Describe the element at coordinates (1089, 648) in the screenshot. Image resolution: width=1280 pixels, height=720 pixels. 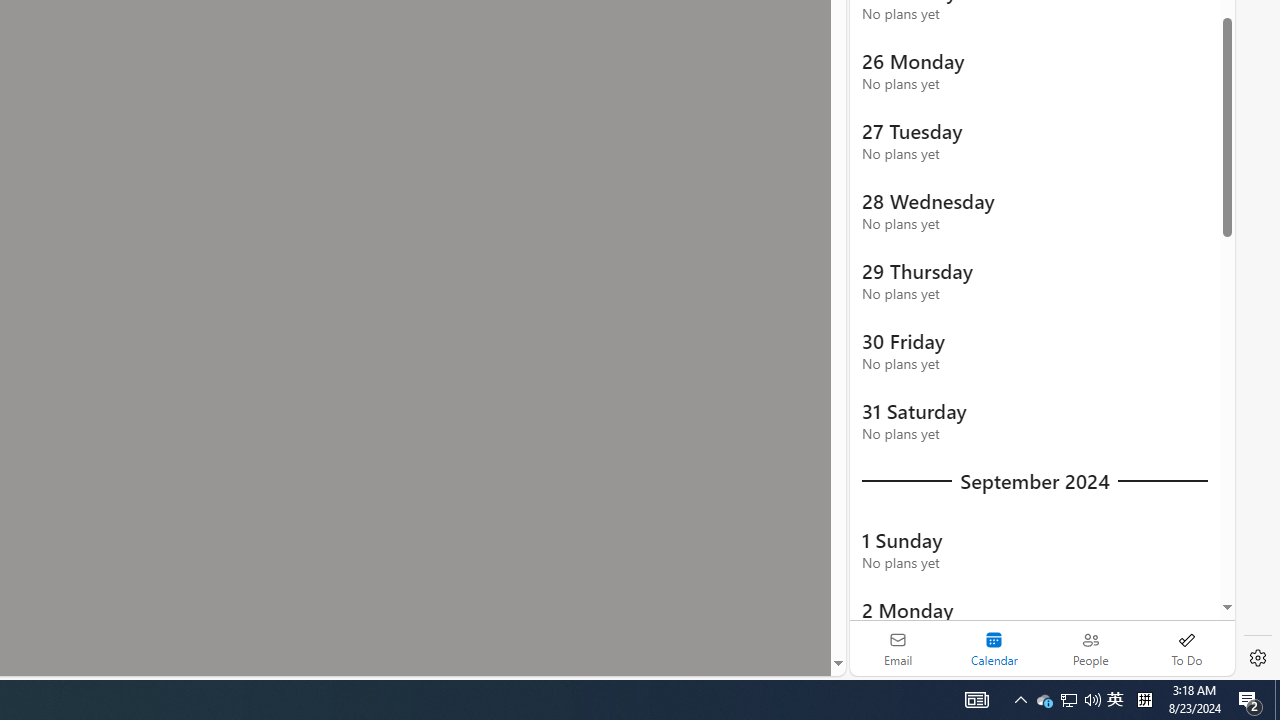
I see `'People'` at that location.